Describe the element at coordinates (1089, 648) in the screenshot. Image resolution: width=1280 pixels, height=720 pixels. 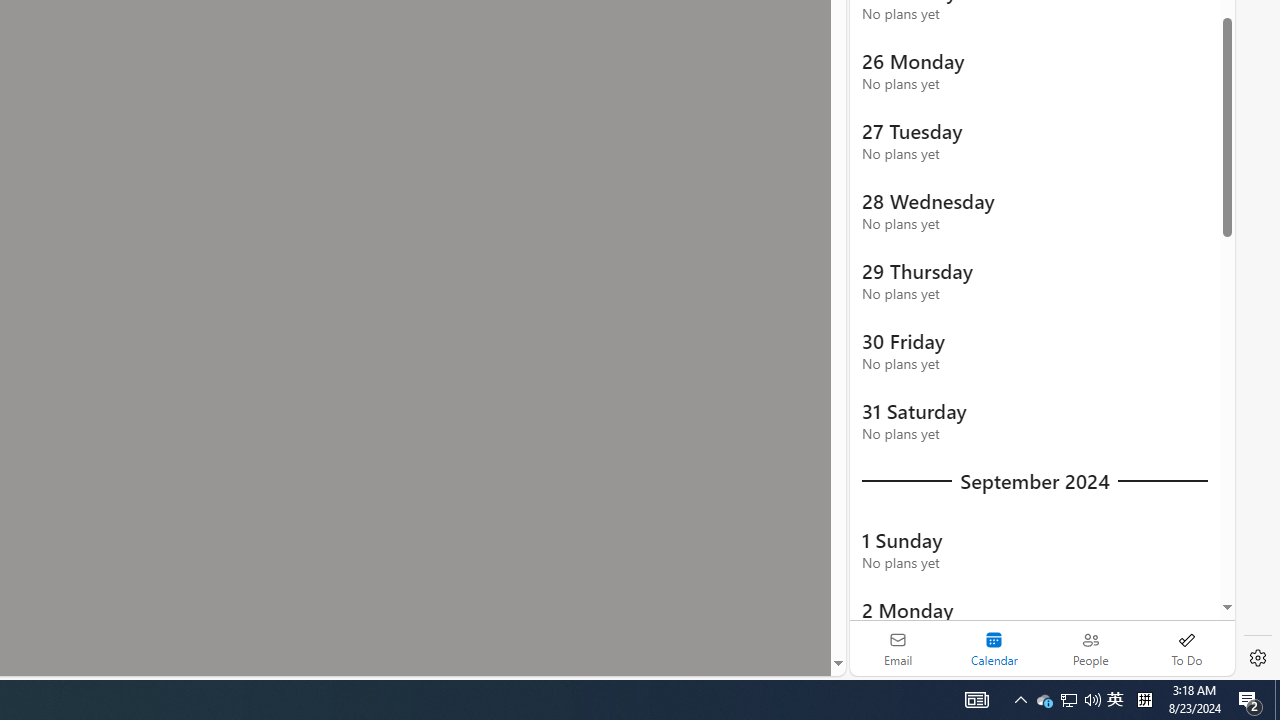
I see `'People'` at that location.